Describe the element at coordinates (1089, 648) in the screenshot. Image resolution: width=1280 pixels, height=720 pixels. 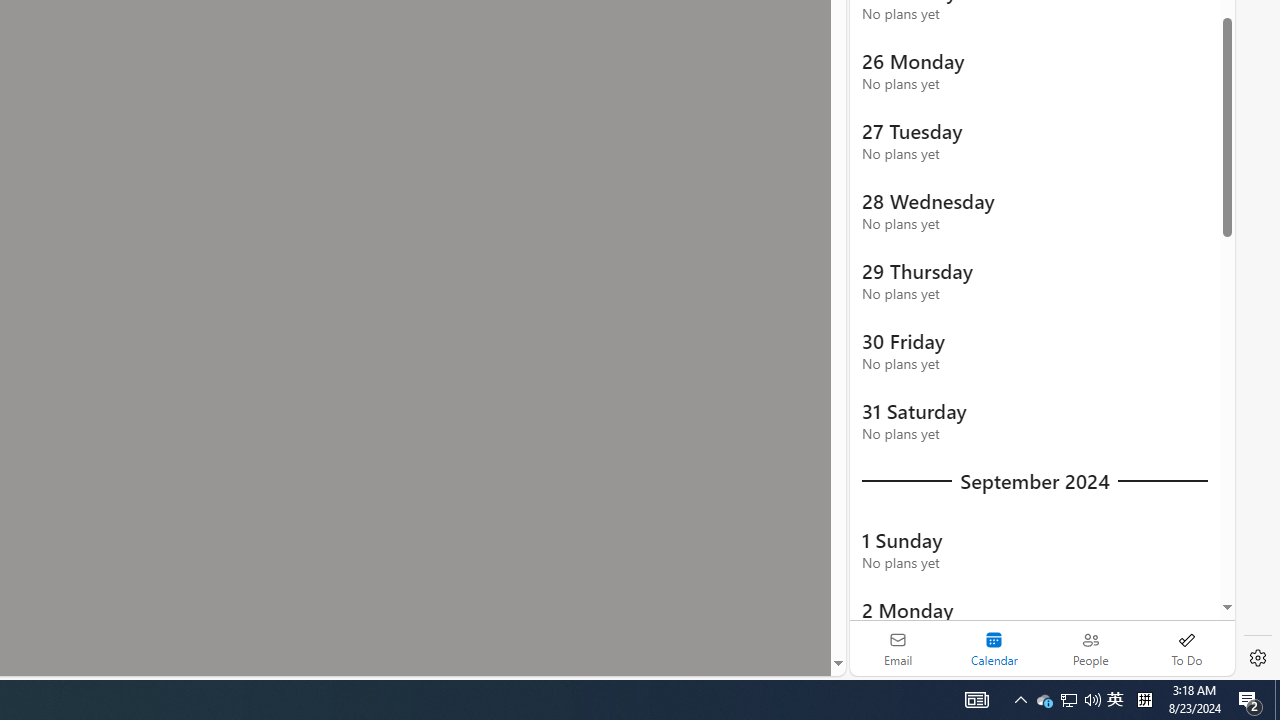
I see `'People'` at that location.